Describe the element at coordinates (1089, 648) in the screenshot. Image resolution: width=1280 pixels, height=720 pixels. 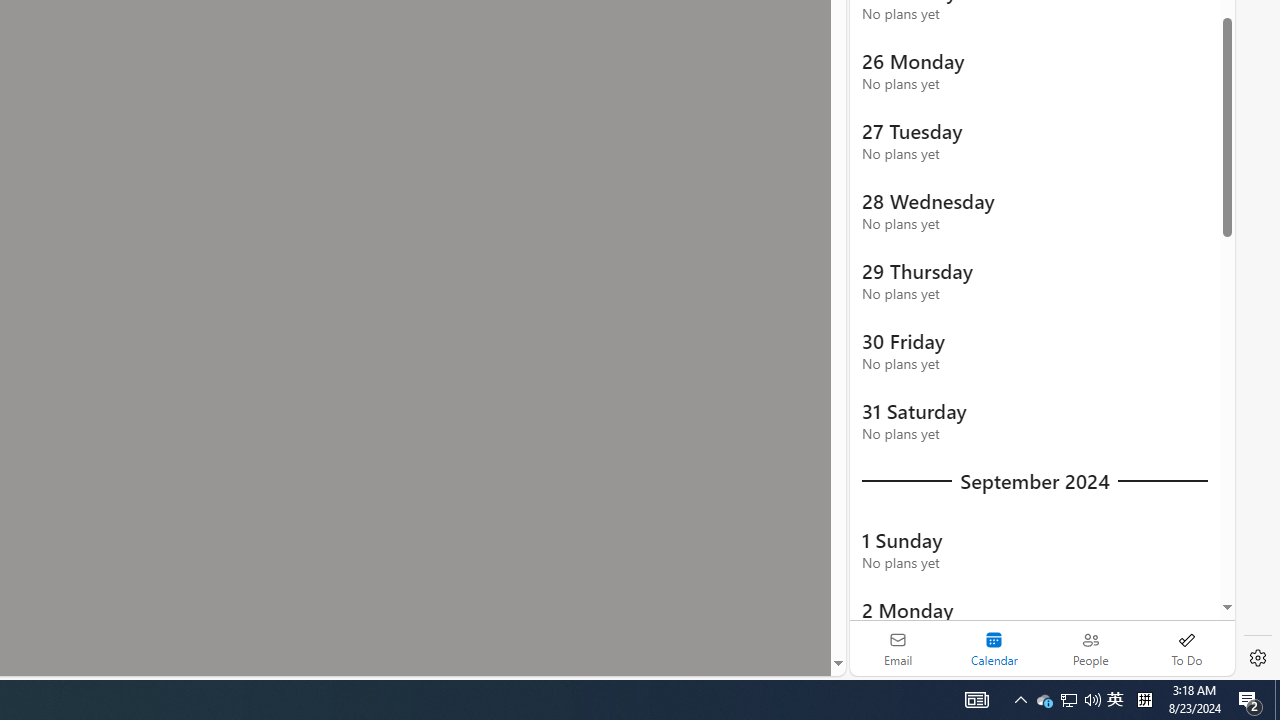
I see `'People'` at that location.